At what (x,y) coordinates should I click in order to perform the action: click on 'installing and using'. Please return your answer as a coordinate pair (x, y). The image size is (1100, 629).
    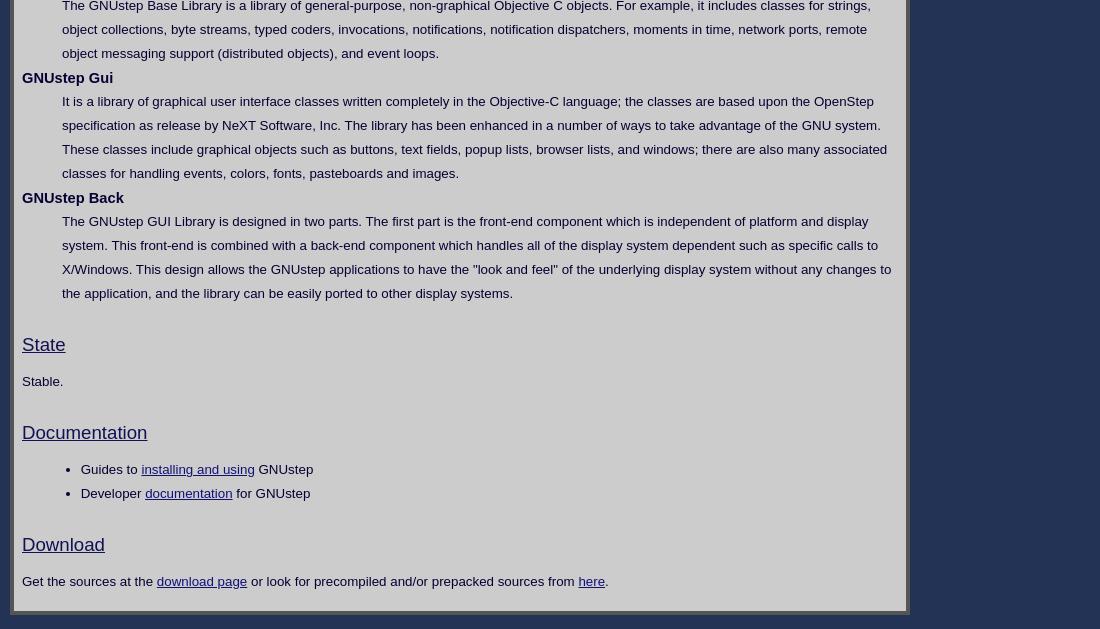
    Looking at the image, I should click on (196, 468).